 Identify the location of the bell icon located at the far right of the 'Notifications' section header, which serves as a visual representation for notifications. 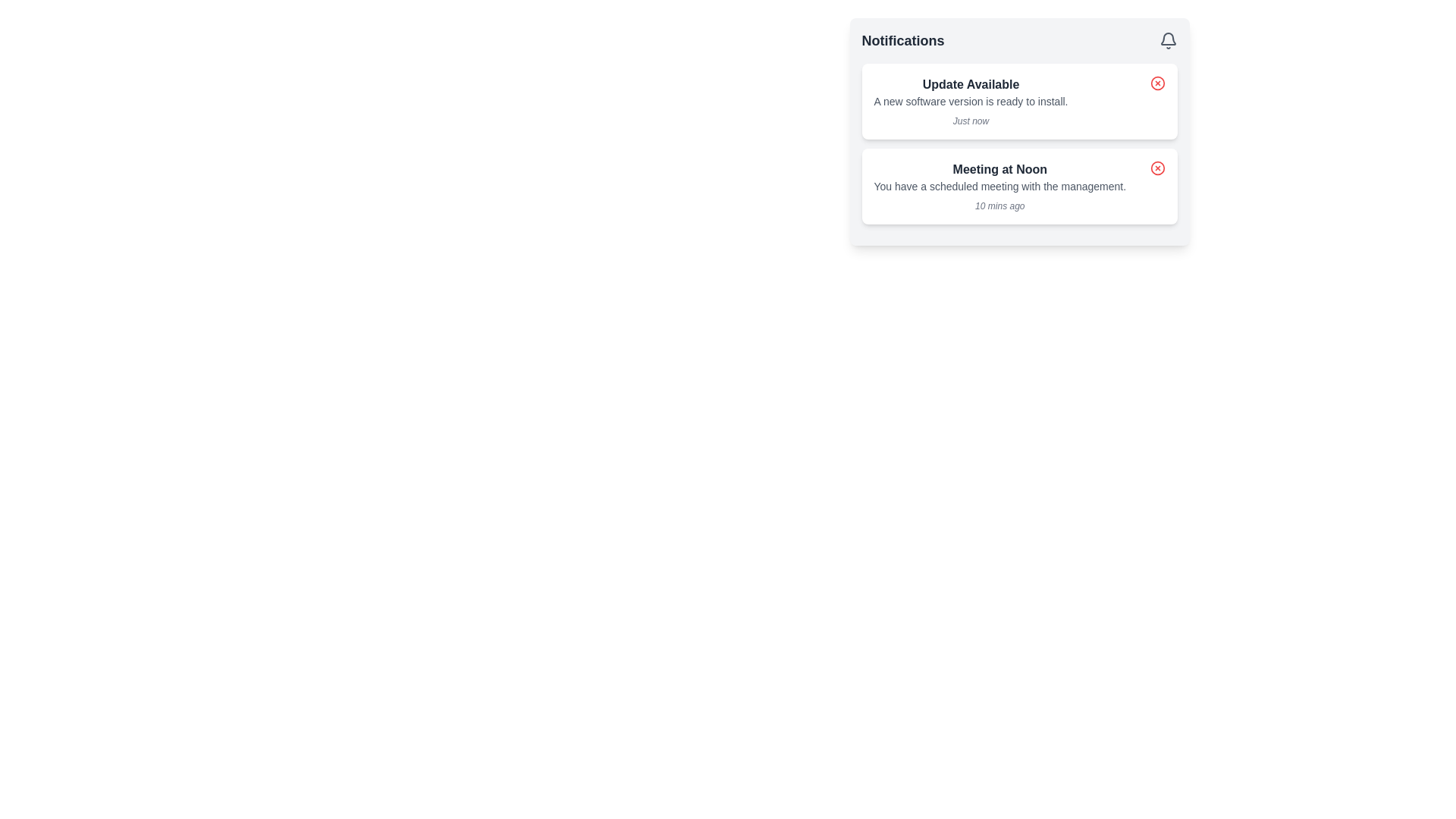
(1167, 40).